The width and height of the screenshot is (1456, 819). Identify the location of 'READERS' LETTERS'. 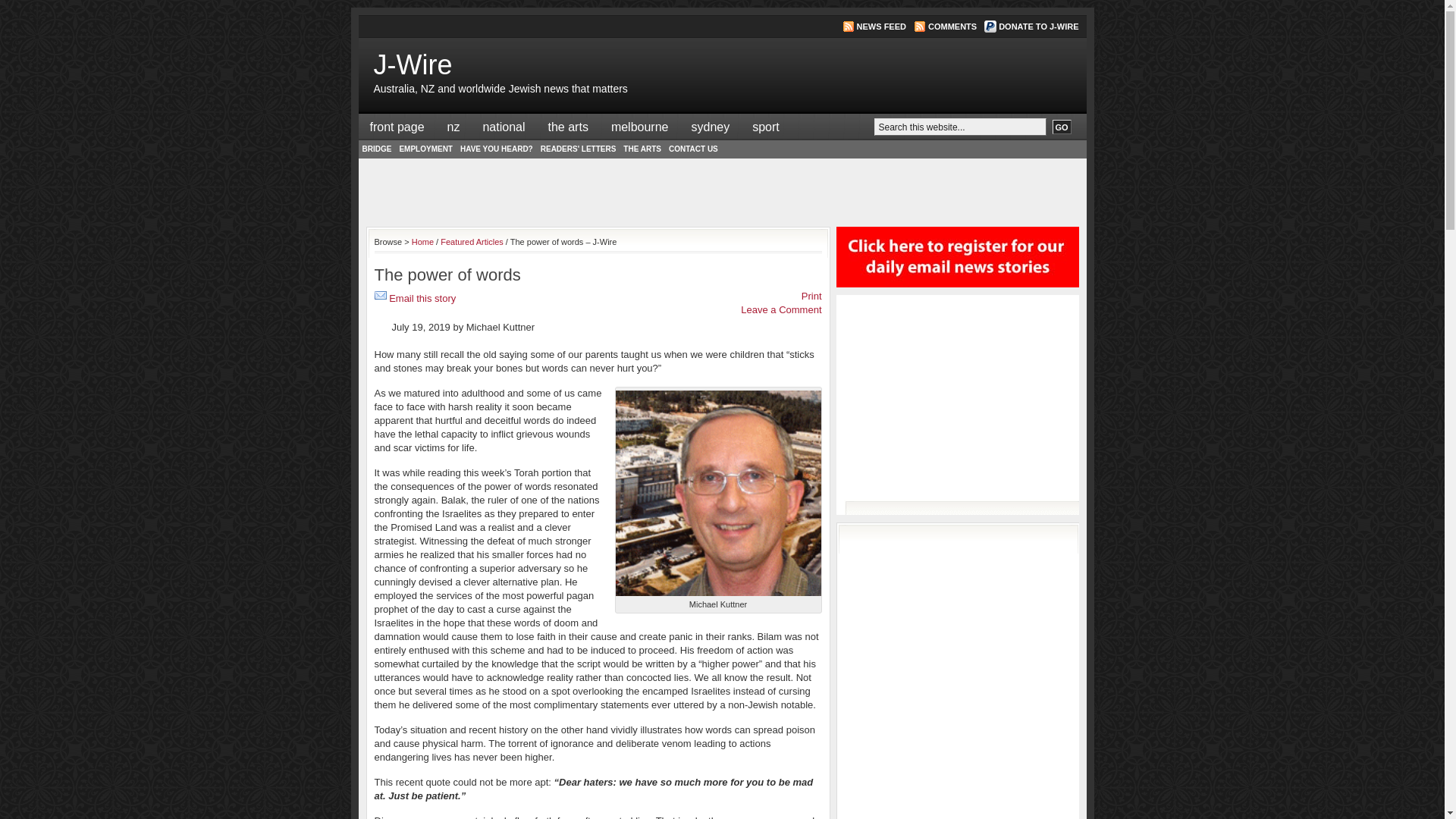
(578, 149).